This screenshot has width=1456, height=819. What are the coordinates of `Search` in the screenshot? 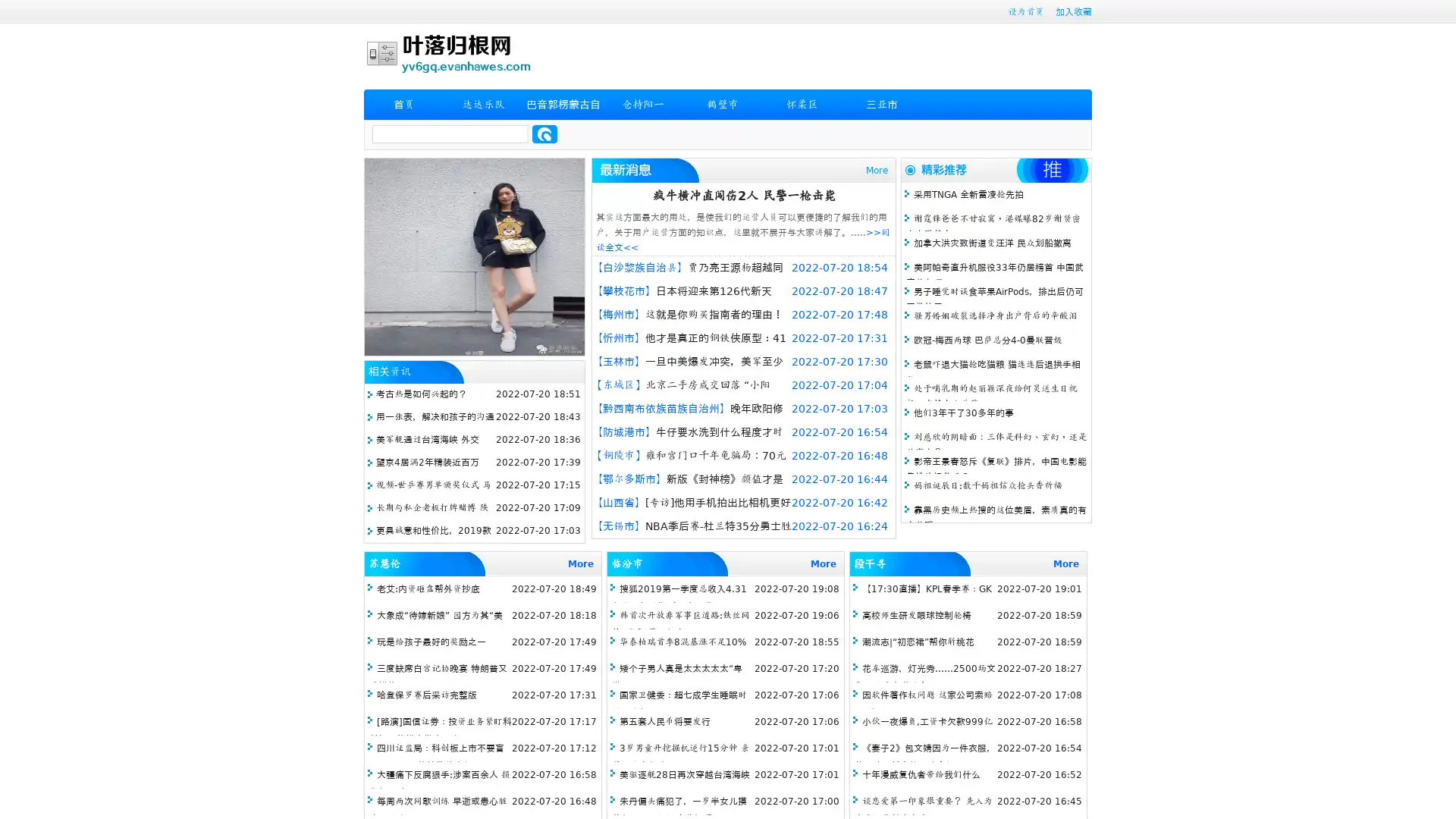 It's located at (544, 133).